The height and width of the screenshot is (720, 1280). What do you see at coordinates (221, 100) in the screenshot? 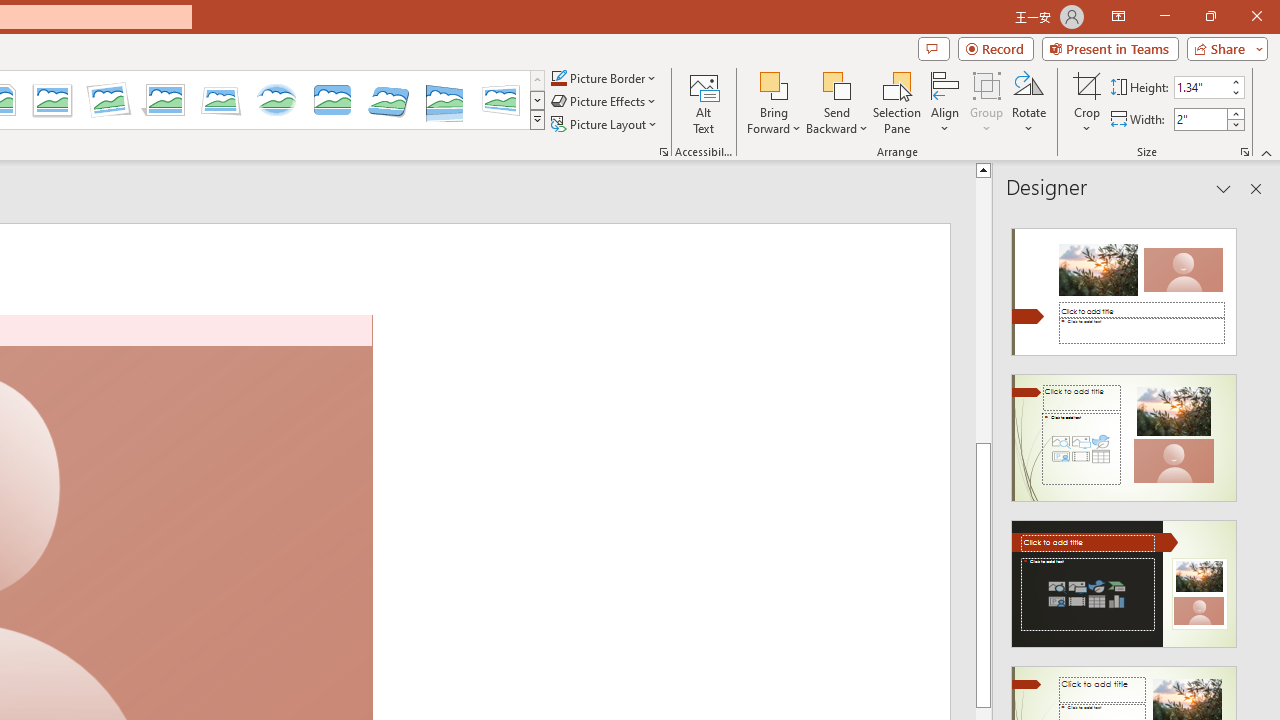
I see `'Relaxed Perspective, White'` at bounding box center [221, 100].